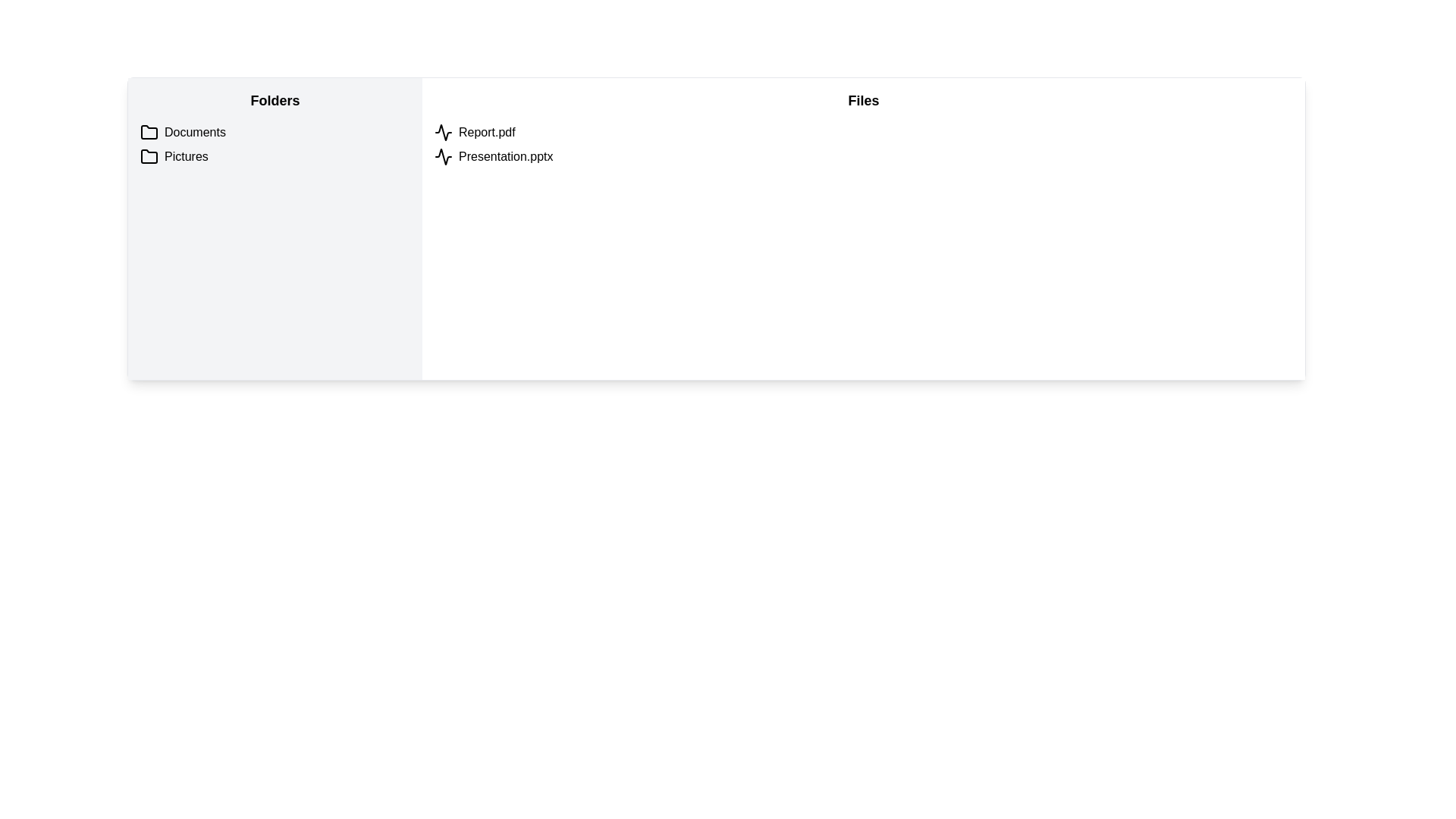 The width and height of the screenshot is (1456, 819). I want to click on the second folder icon under the 'Folders' section which symbolizes the 'Pictures' folder, so click(149, 156).